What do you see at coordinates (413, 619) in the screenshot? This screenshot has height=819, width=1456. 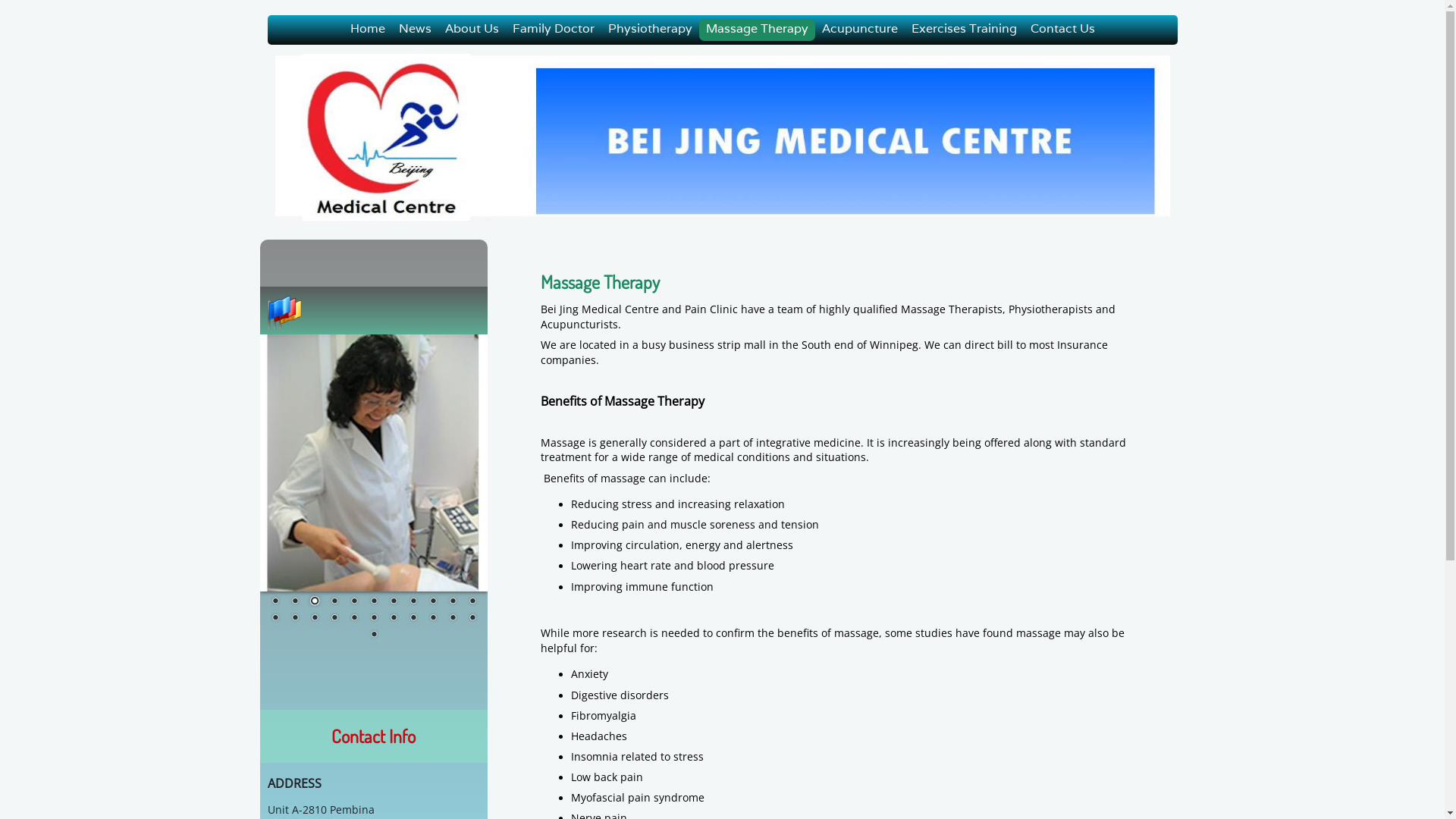 I see `'19'` at bounding box center [413, 619].